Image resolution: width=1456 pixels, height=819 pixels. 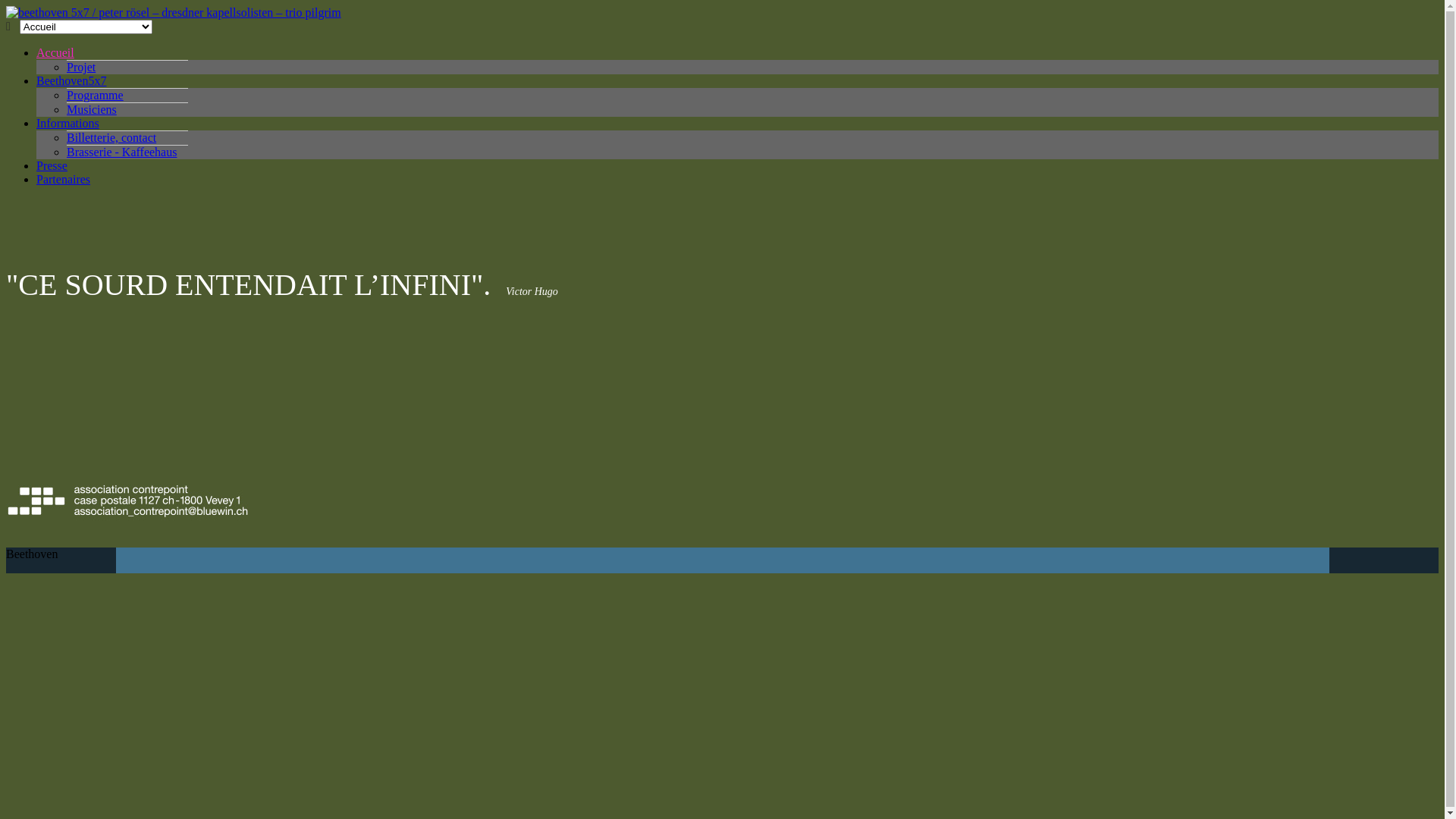 What do you see at coordinates (111, 137) in the screenshot?
I see `'Billetterie, contact'` at bounding box center [111, 137].